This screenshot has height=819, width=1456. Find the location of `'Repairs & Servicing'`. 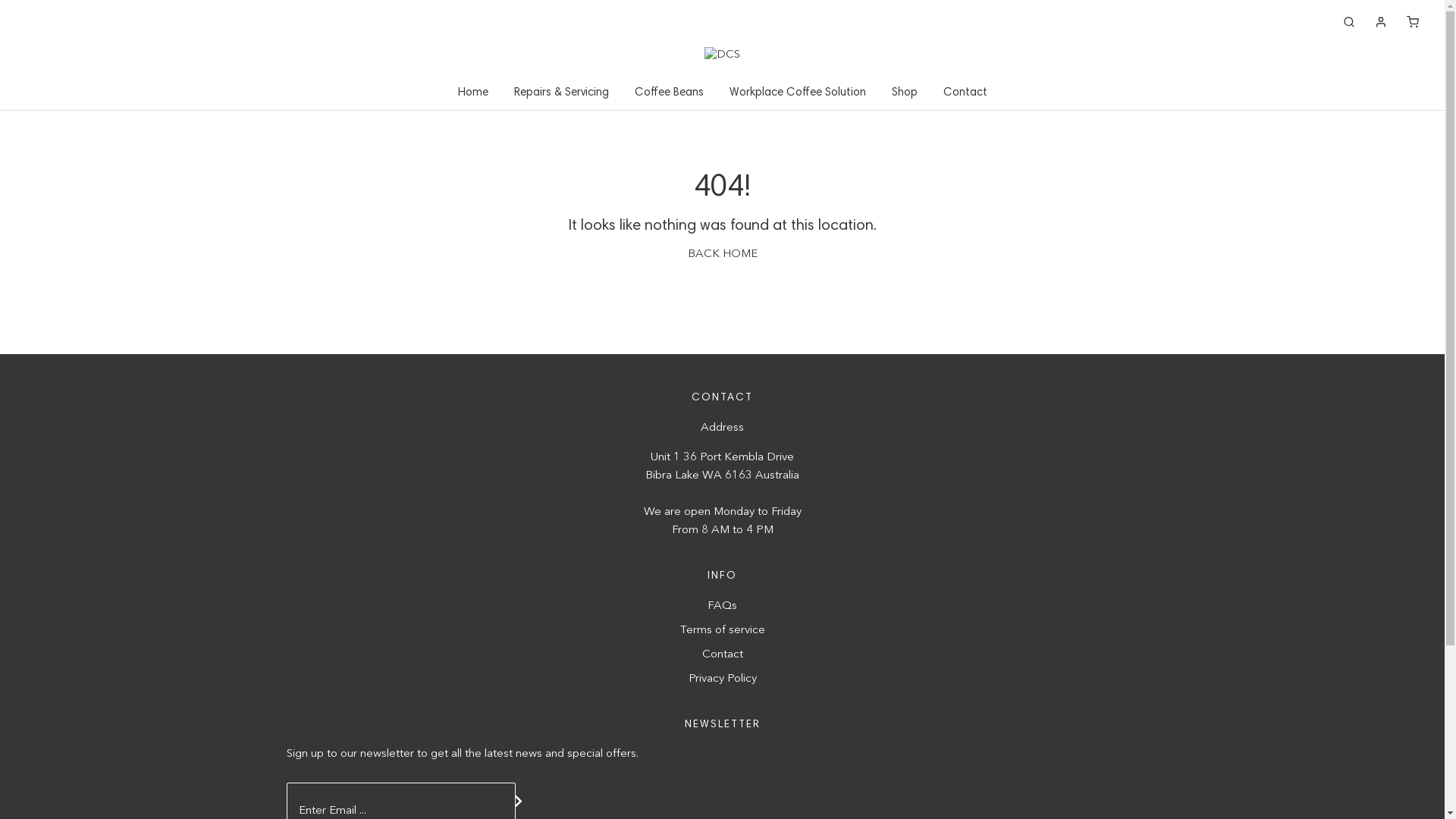

'Repairs & Servicing' is located at coordinates (560, 93).